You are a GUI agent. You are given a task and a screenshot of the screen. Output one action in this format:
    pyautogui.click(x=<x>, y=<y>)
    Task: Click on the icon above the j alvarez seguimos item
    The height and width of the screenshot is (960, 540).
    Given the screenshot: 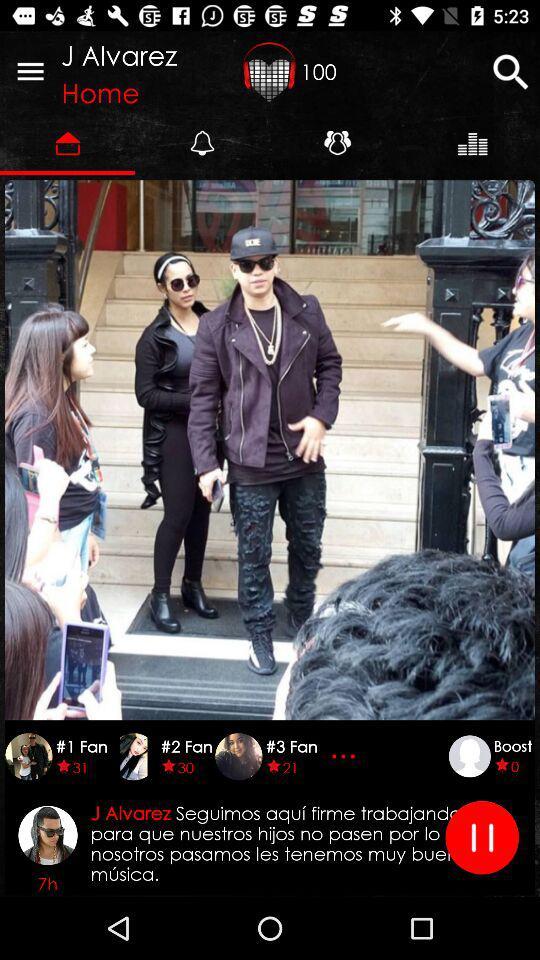 What is the action you would take?
    pyautogui.click(x=345, y=755)
    